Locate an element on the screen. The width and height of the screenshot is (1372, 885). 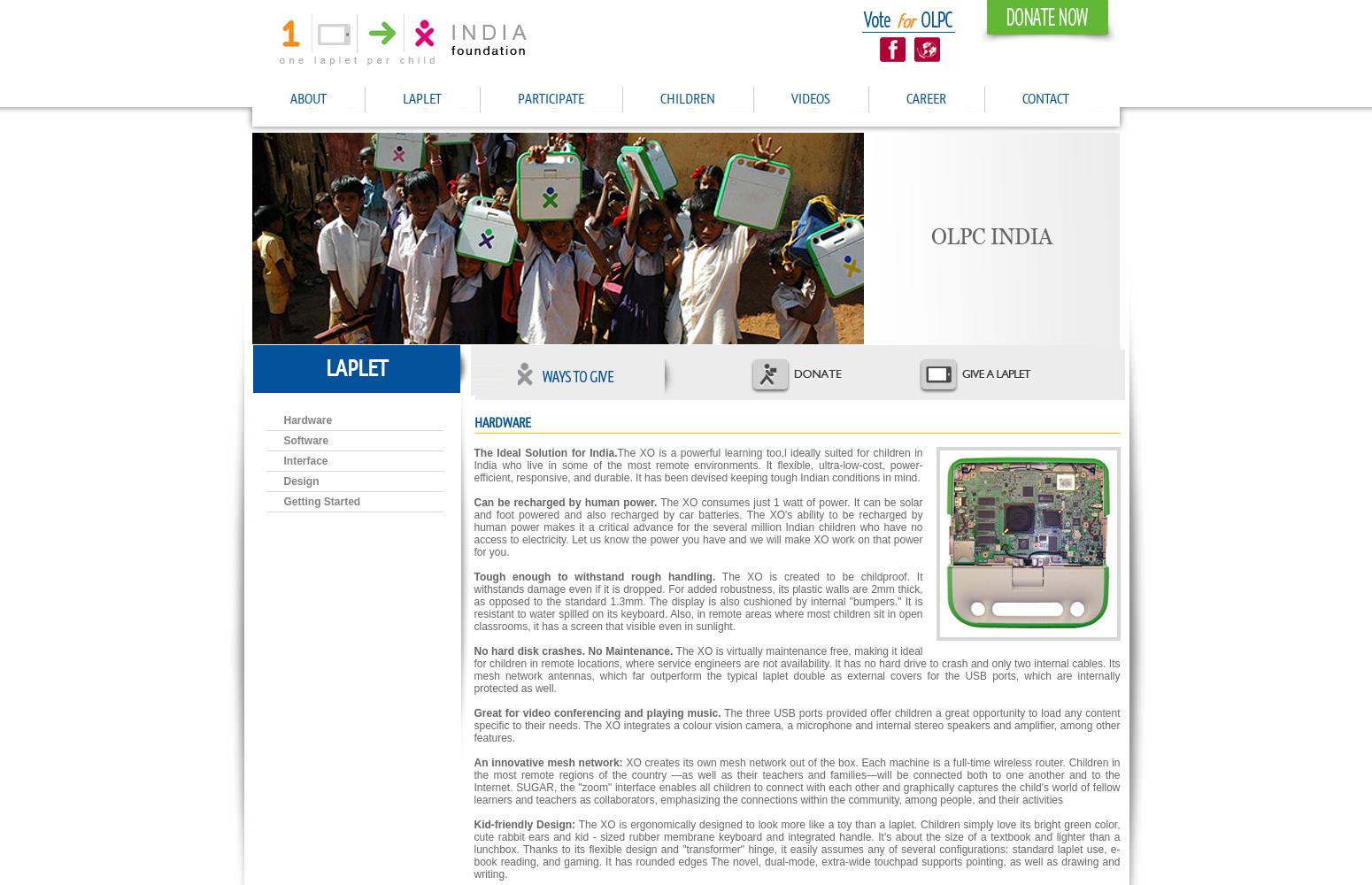
'hardware' is located at coordinates (501, 422).